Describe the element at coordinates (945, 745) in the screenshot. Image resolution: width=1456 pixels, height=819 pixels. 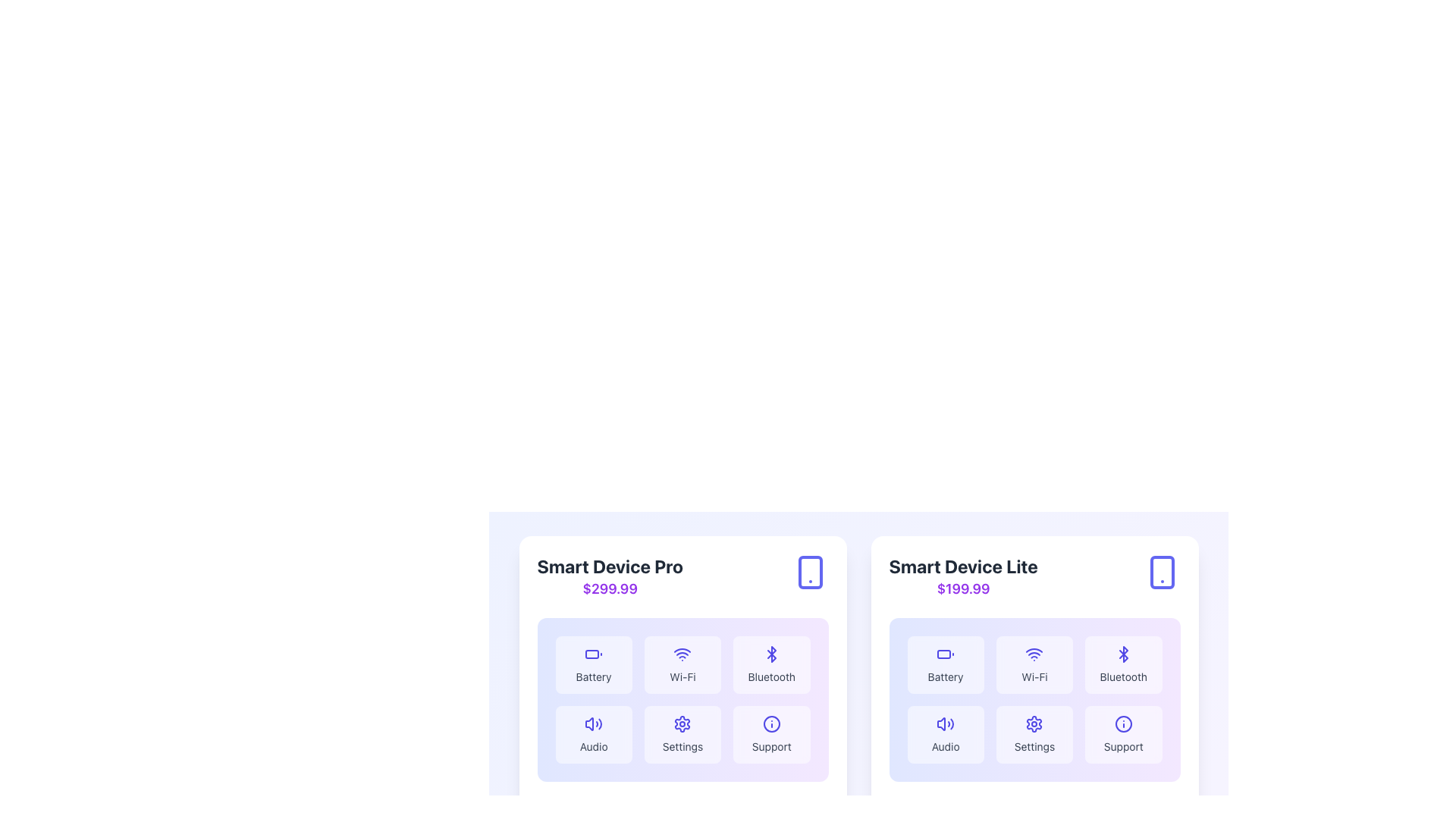
I see `the 'Audio' text label which indicates the functionality of the audio features, located centrally below the speaker icon in the 'Smart Device Lite' section` at that location.